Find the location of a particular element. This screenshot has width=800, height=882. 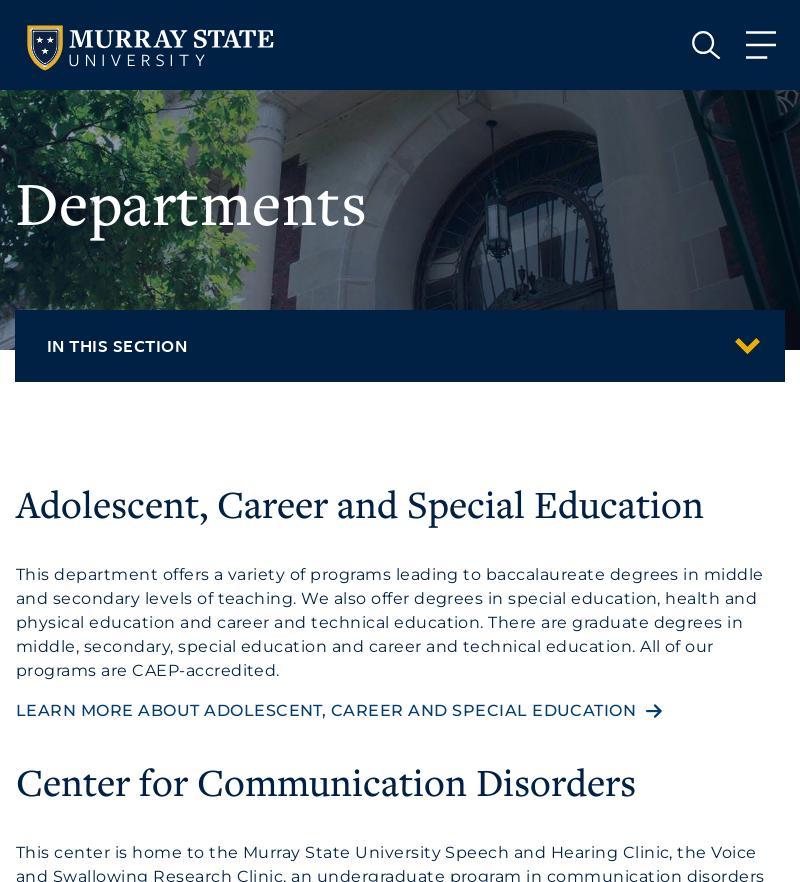

'Alumni' is located at coordinates (128, 533).